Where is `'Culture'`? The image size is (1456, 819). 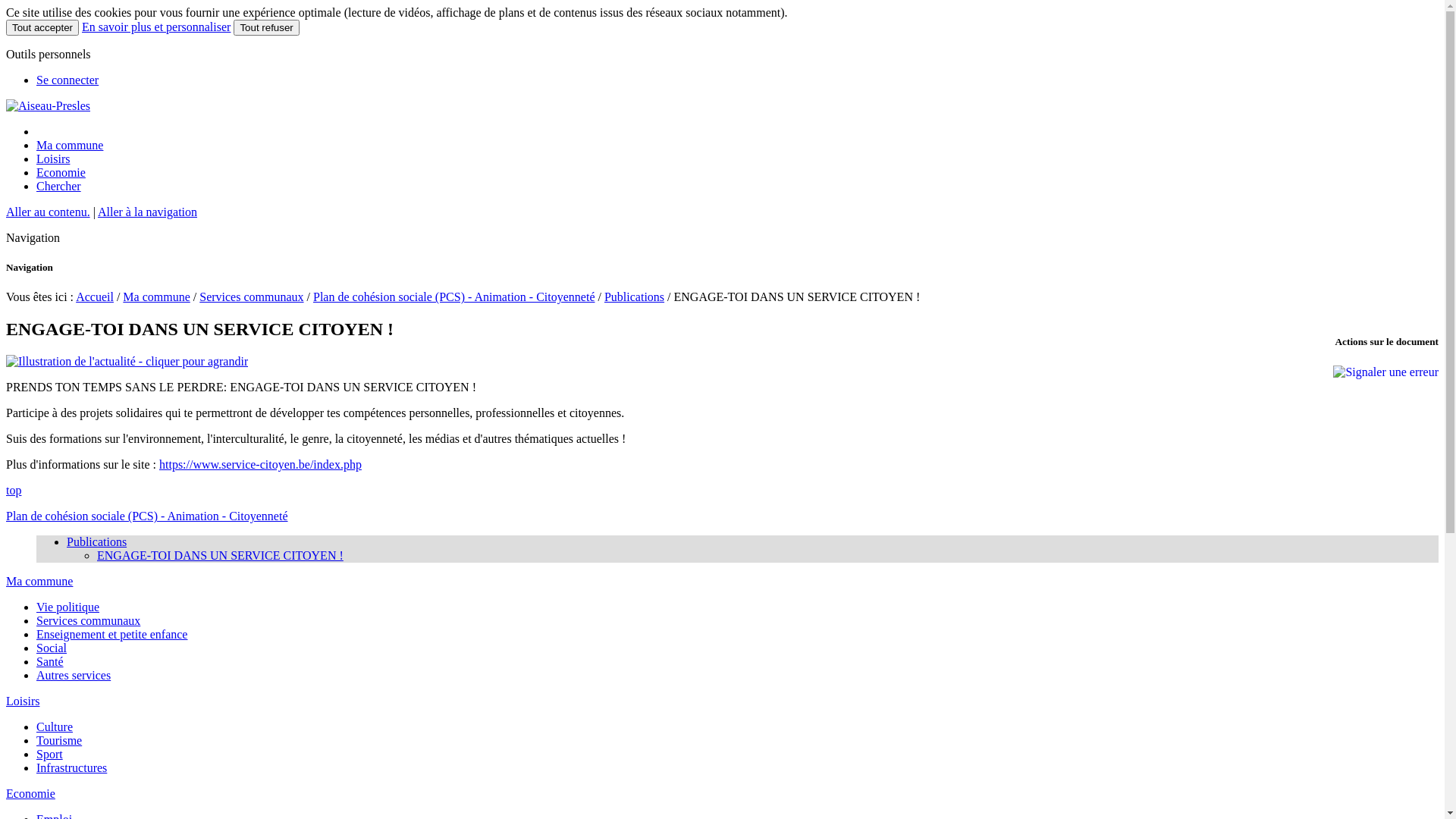 'Culture' is located at coordinates (55, 726).